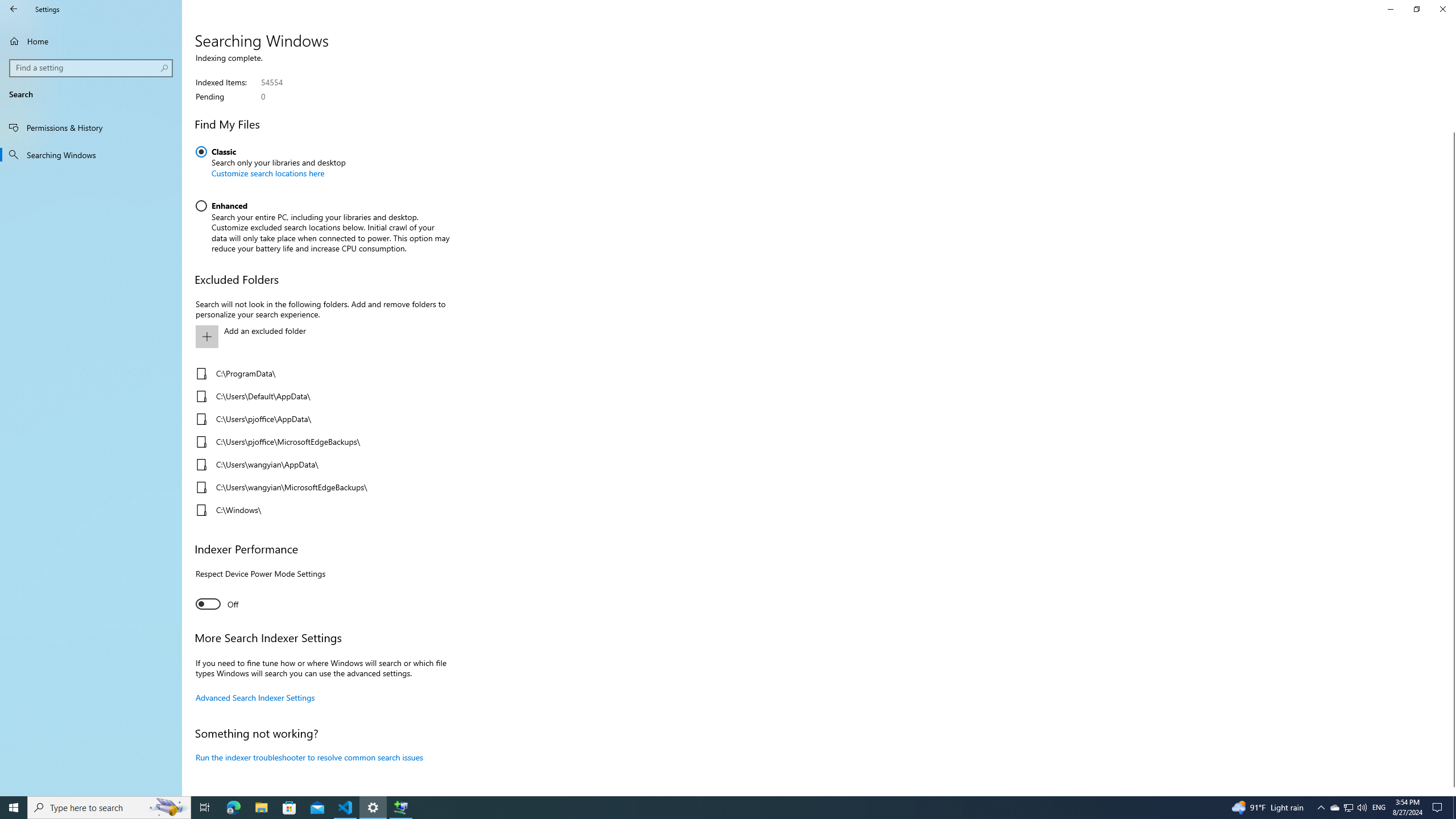  What do you see at coordinates (91, 67) in the screenshot?
I see `'Search box, Find a setting'` at bounding box center [91, 67].